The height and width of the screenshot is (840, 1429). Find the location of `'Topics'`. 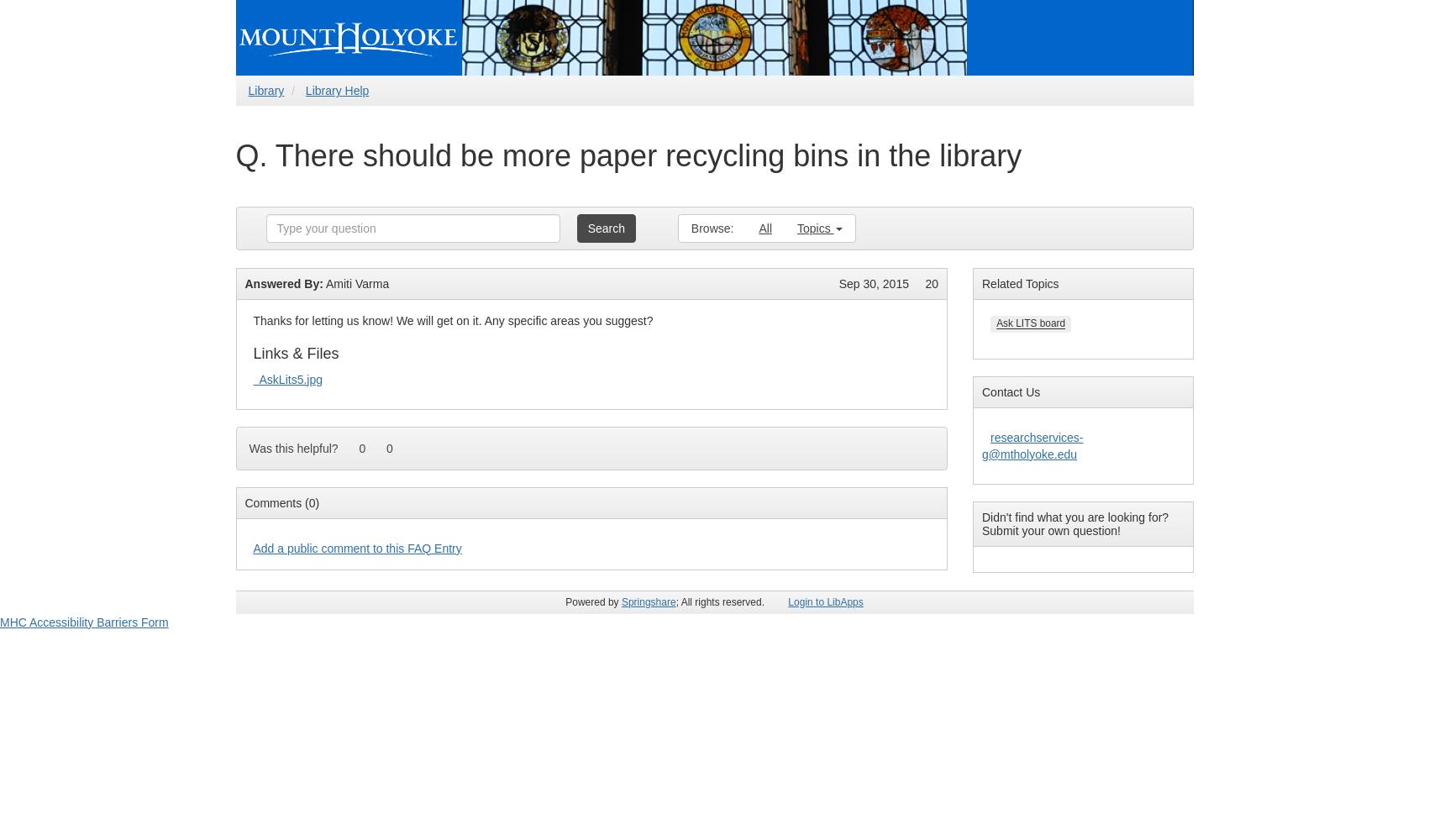

'Topics' is located at coordinates (796, 228).